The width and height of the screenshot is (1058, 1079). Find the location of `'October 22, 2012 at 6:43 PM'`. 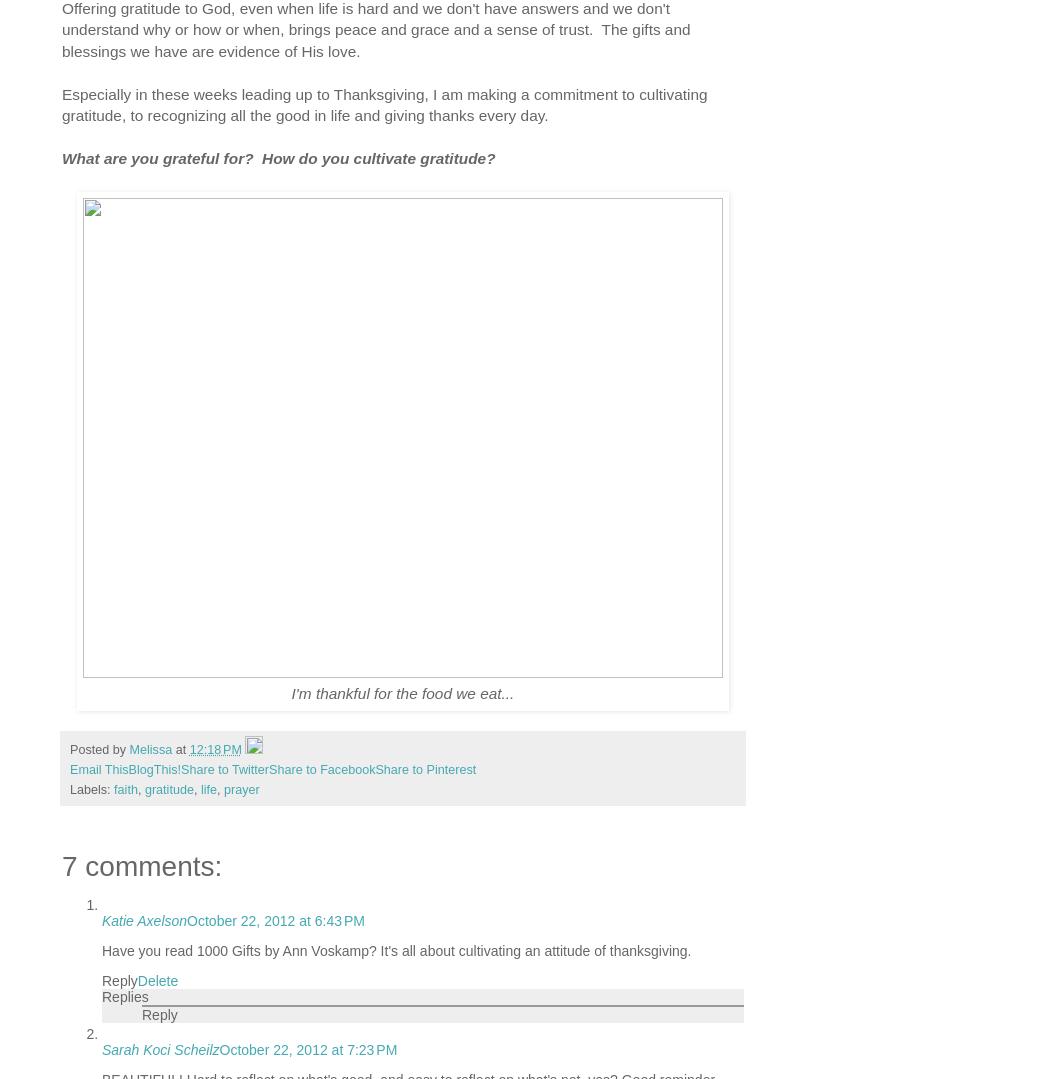

'October 22, 2012 at 6:43 PM' is located at coordinates (274, 921).